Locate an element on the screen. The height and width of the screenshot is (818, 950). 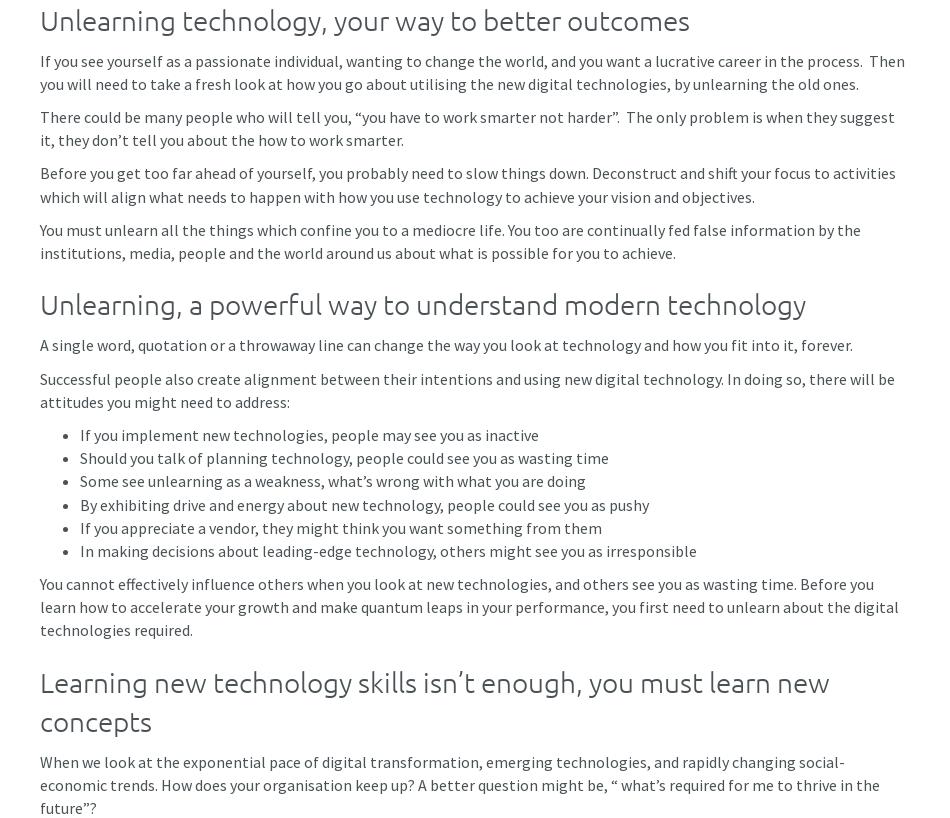
'If you appreciate a vendor, they might think you want something from them' is located at coordinates (339, 527).